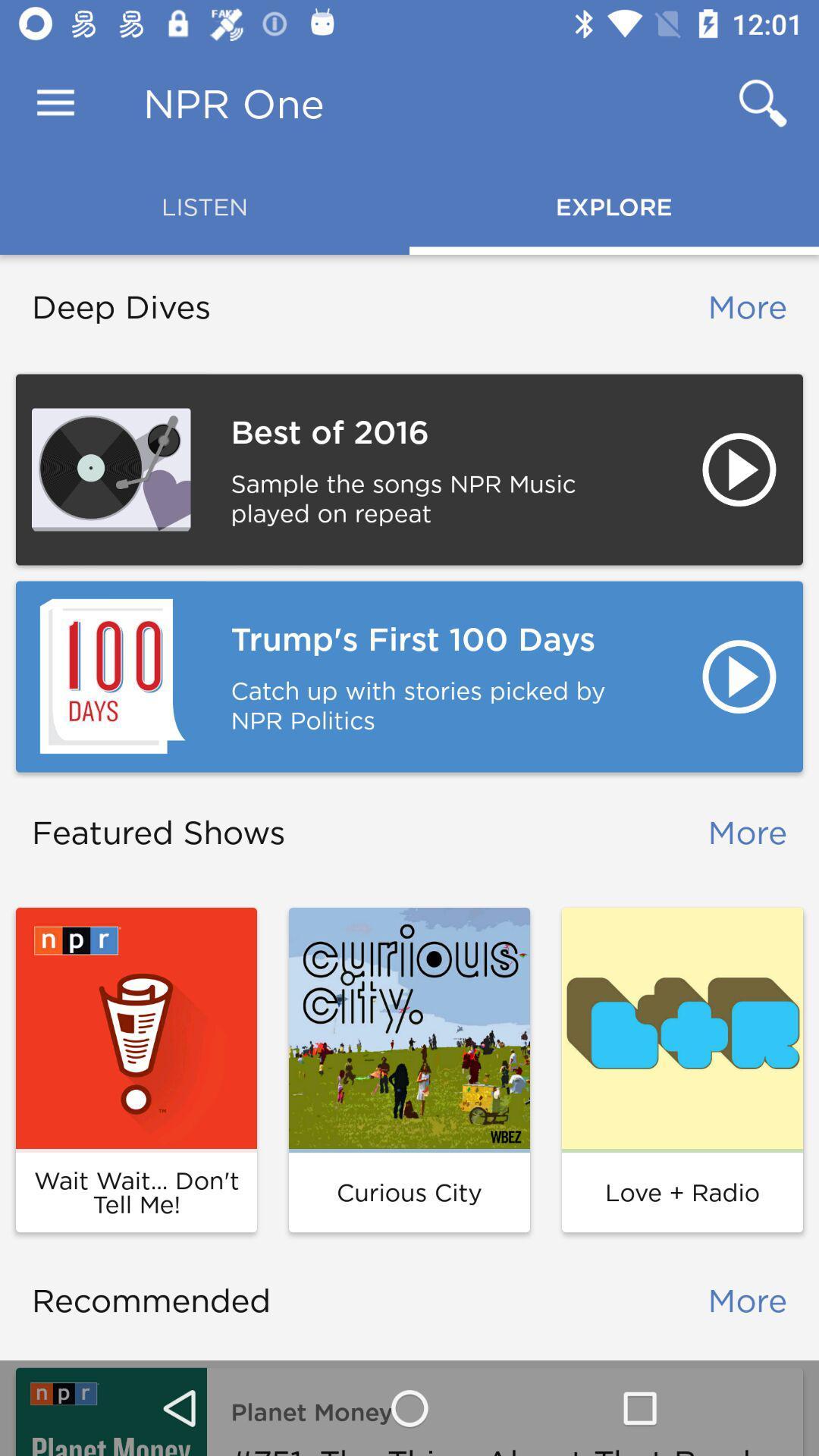 This screenshot has width=819, height=1456. What do you see at coordinates (55, 102) in the screenshot?
I see `item above deep dives icon` at bounding box center [55, 102].